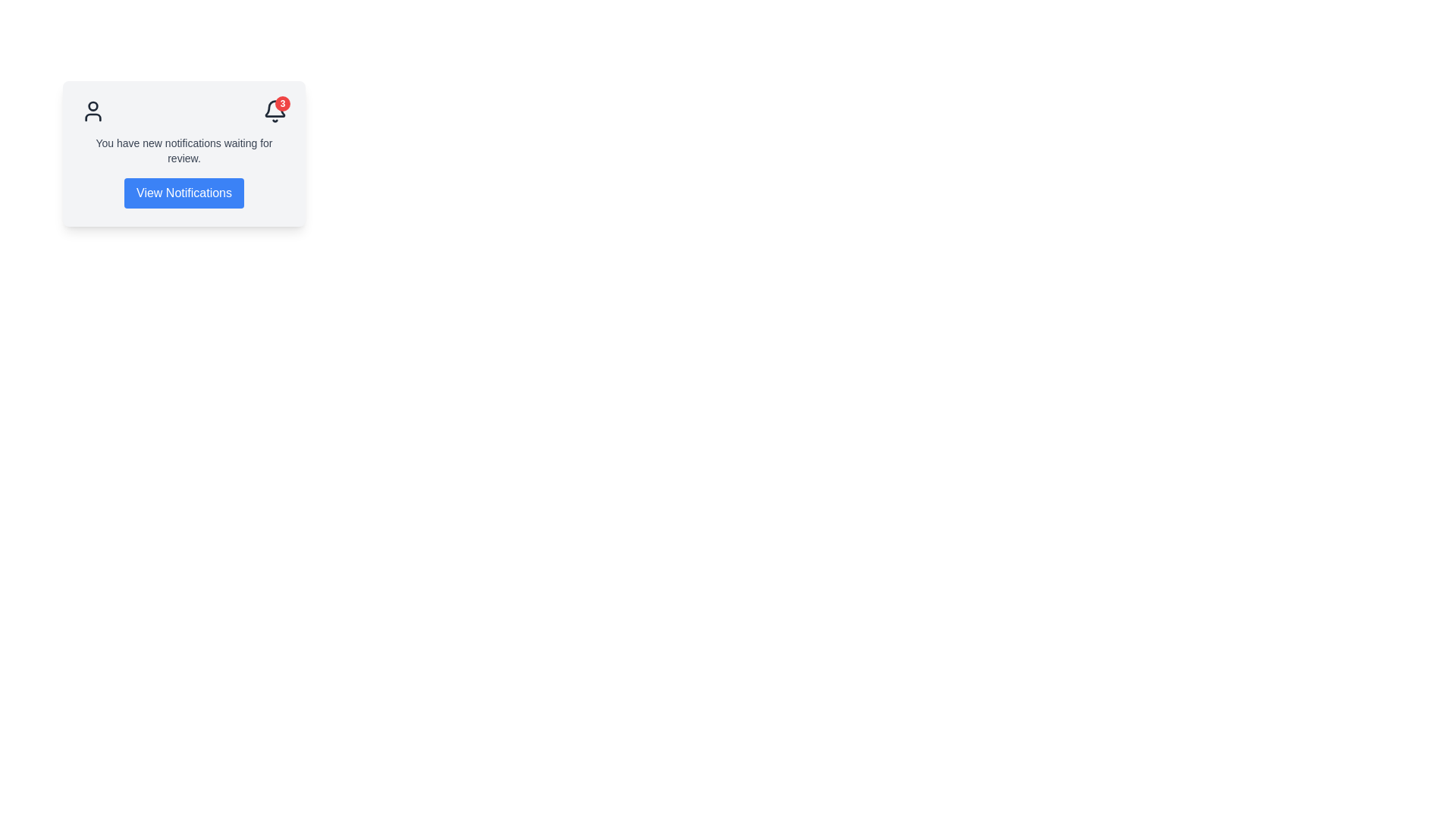 The width and height of the screenshot is (1456, 819). I want to click on the Badge (Notification Count) element, which is a small circular badge with a red background and white text displaying '3', located at the top-right corner of the notification bell icon, so click(283, 103).